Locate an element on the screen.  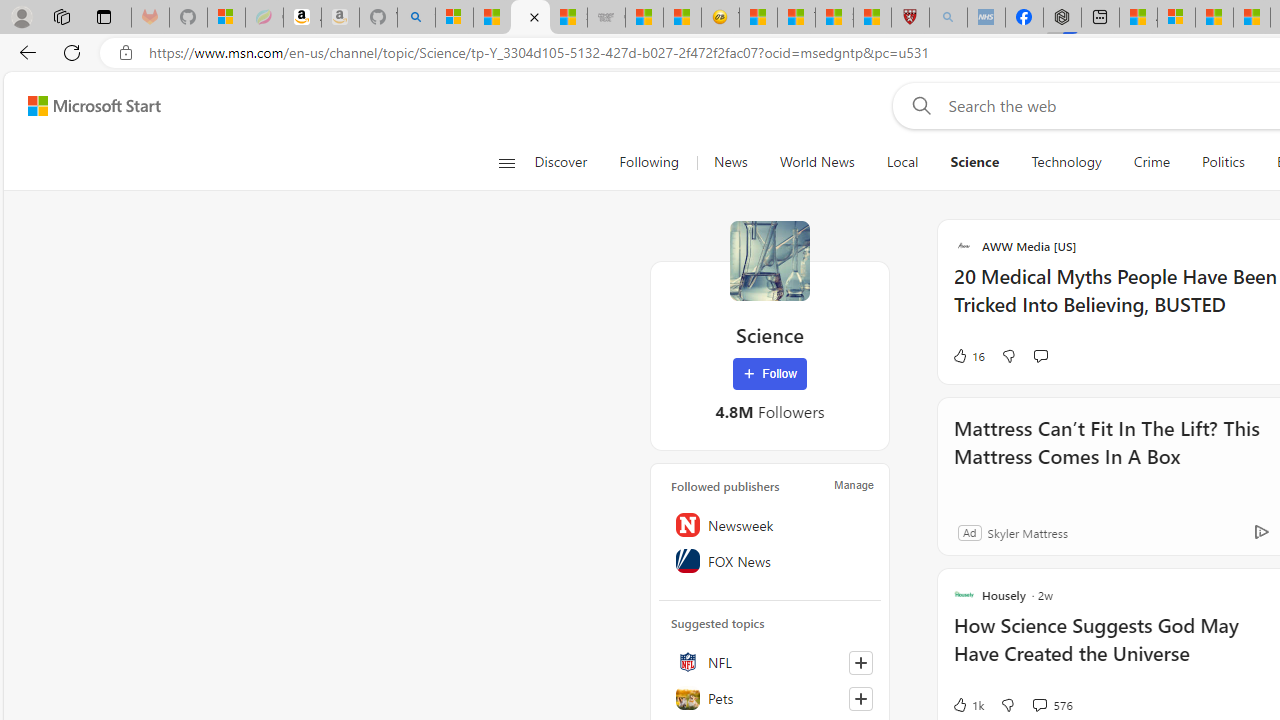
'1k Like' is located at coordinates (967, 703).